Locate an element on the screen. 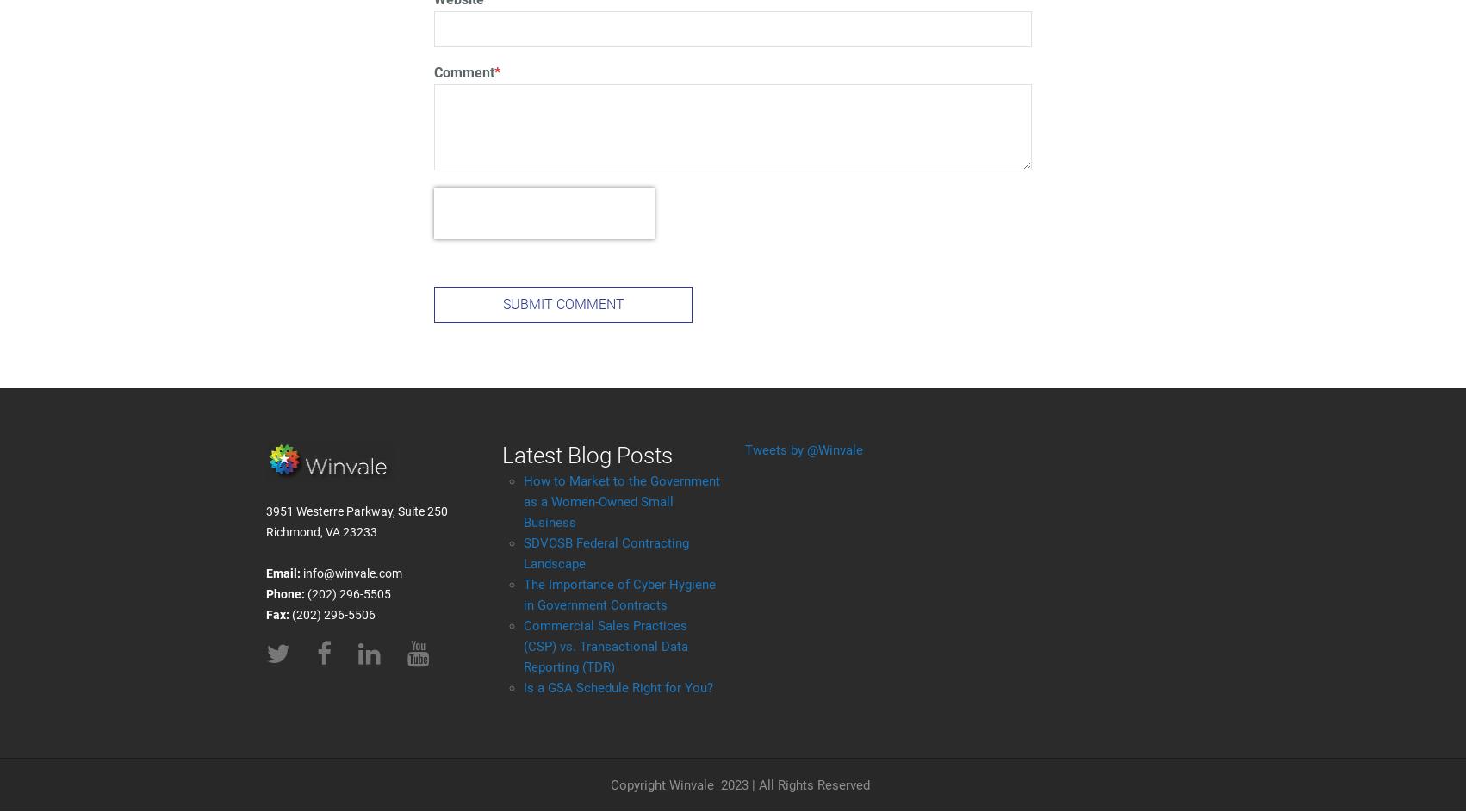 This screenshot has height=812, width=1466. 'Fax:' is located at coordinates (277, 614).